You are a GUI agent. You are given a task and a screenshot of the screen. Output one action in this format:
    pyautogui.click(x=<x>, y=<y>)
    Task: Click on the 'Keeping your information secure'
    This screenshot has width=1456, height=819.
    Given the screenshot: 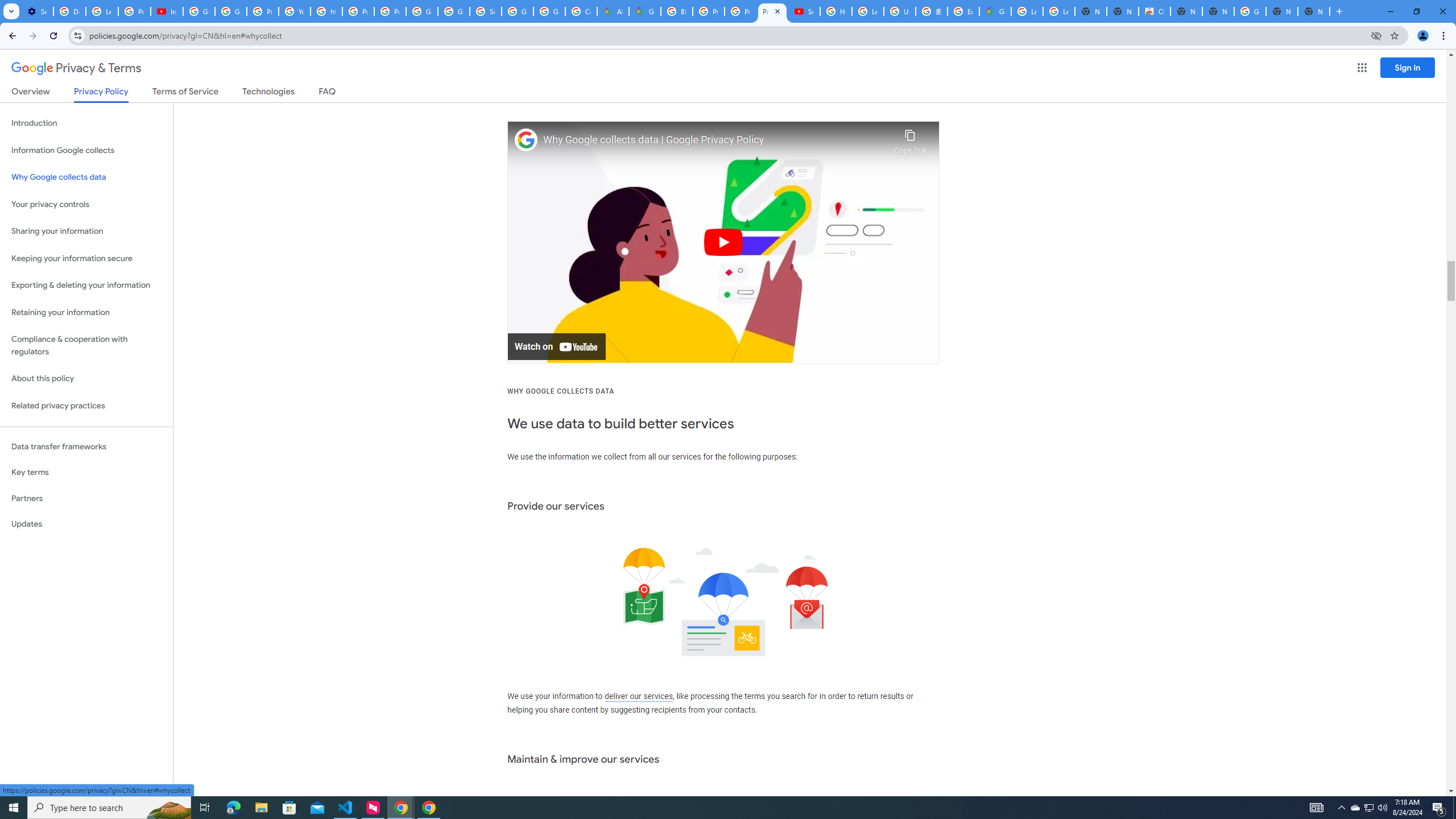 What is the action you would take?
    pyautogui.click(x=86, y=259)
    